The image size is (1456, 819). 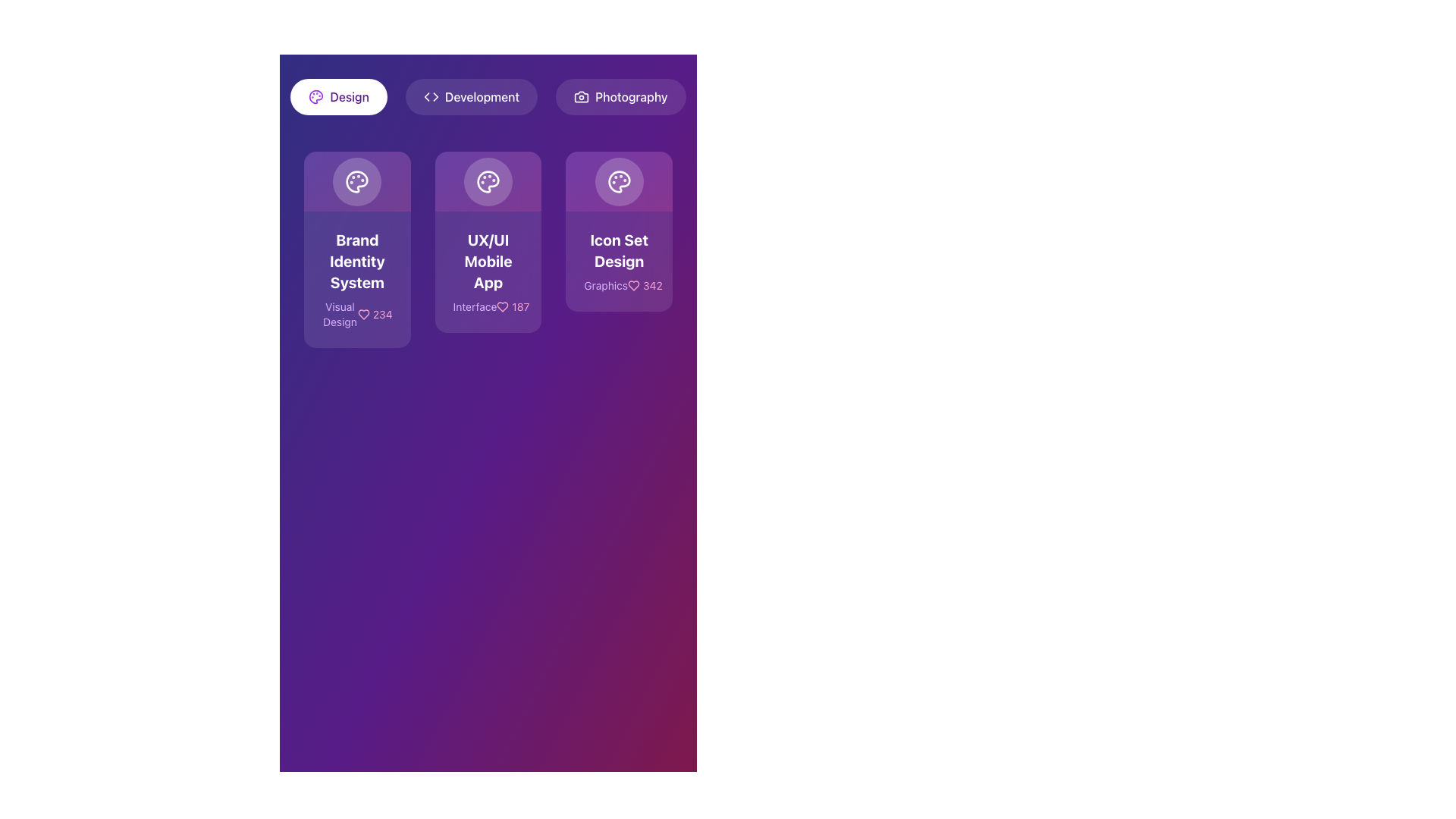 What do you see at coordinates (620, 96) in the screenshot?
I see `the 'Photography' button, which is the third button in a horizontal list` at bounding box center [620, 96].